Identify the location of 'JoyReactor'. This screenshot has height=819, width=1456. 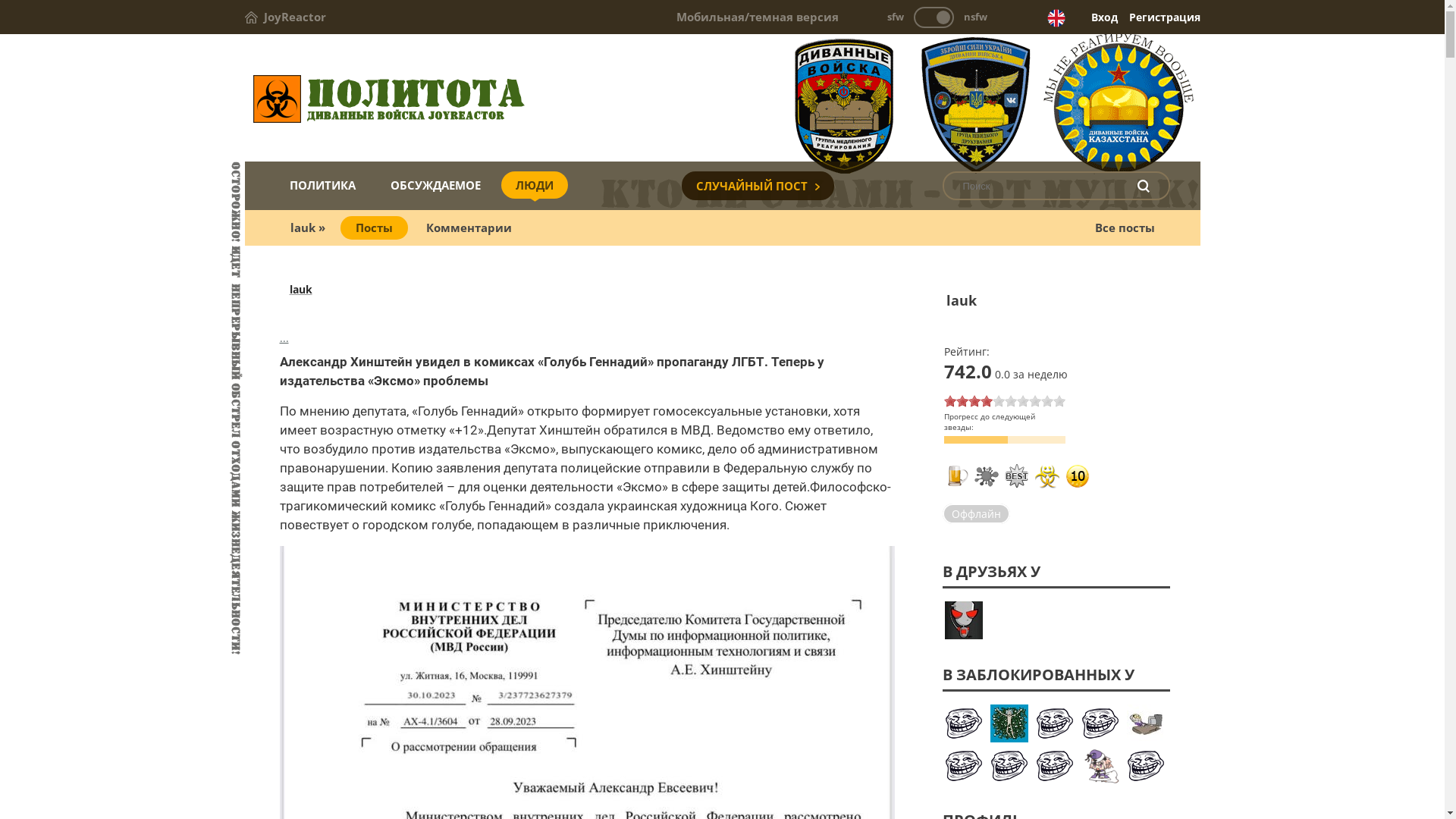
(284, 17).